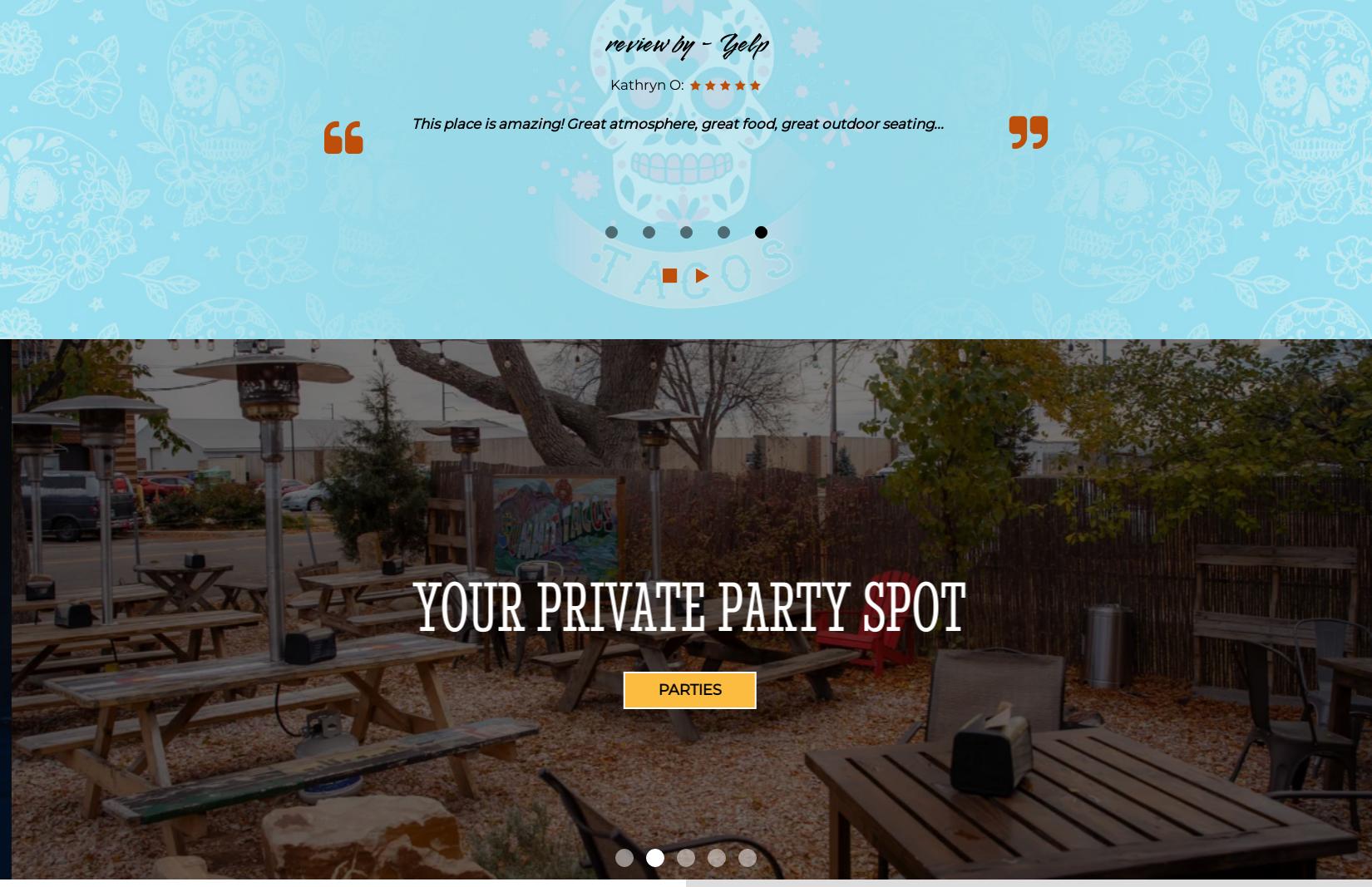 Image resolution: width=1372 pixels, height=887 pixels. I want to click on 'Reservations', so click(626, 689).